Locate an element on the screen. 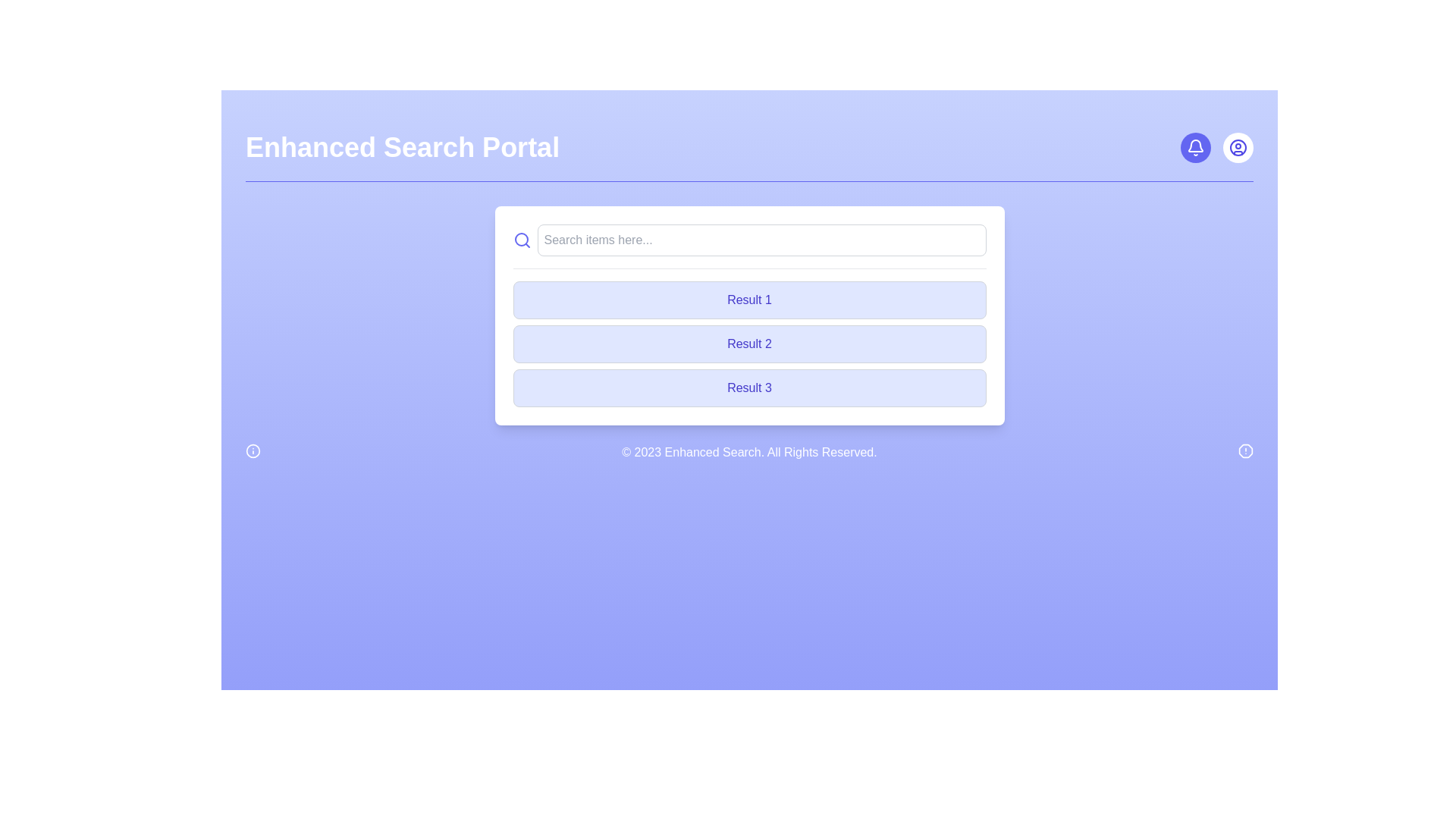 Image resolution: width=1456 pixels, height=819 pixels. the search icon located at the top left corner of the white card, before the text input field is located at coordinates (522, 239).